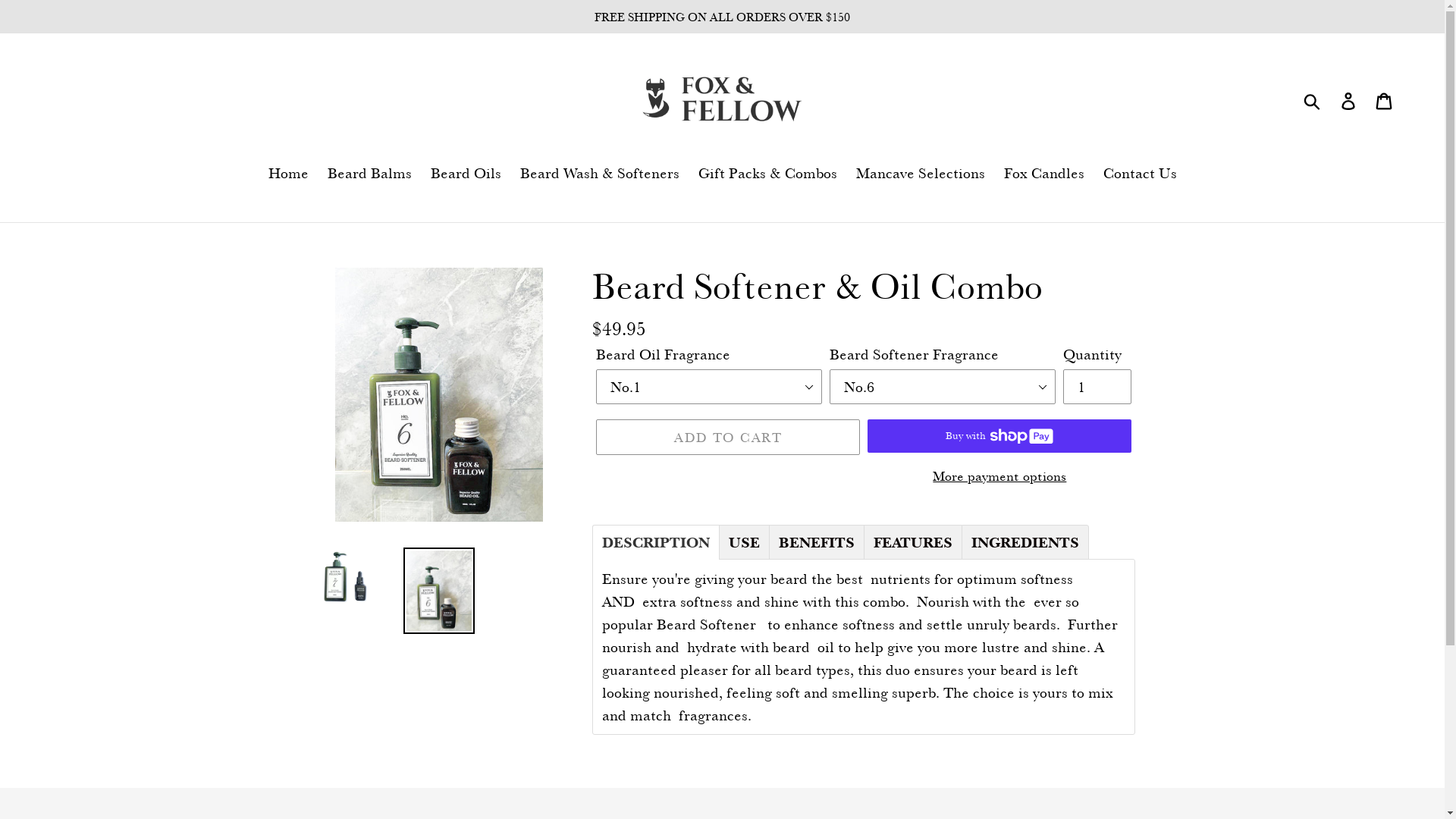 This screenshot has height=819, width=1456. What do you see at coordinates (1331, 99) in the screenshot?
I see `'Log in'` at bounding box center [1331, 99].